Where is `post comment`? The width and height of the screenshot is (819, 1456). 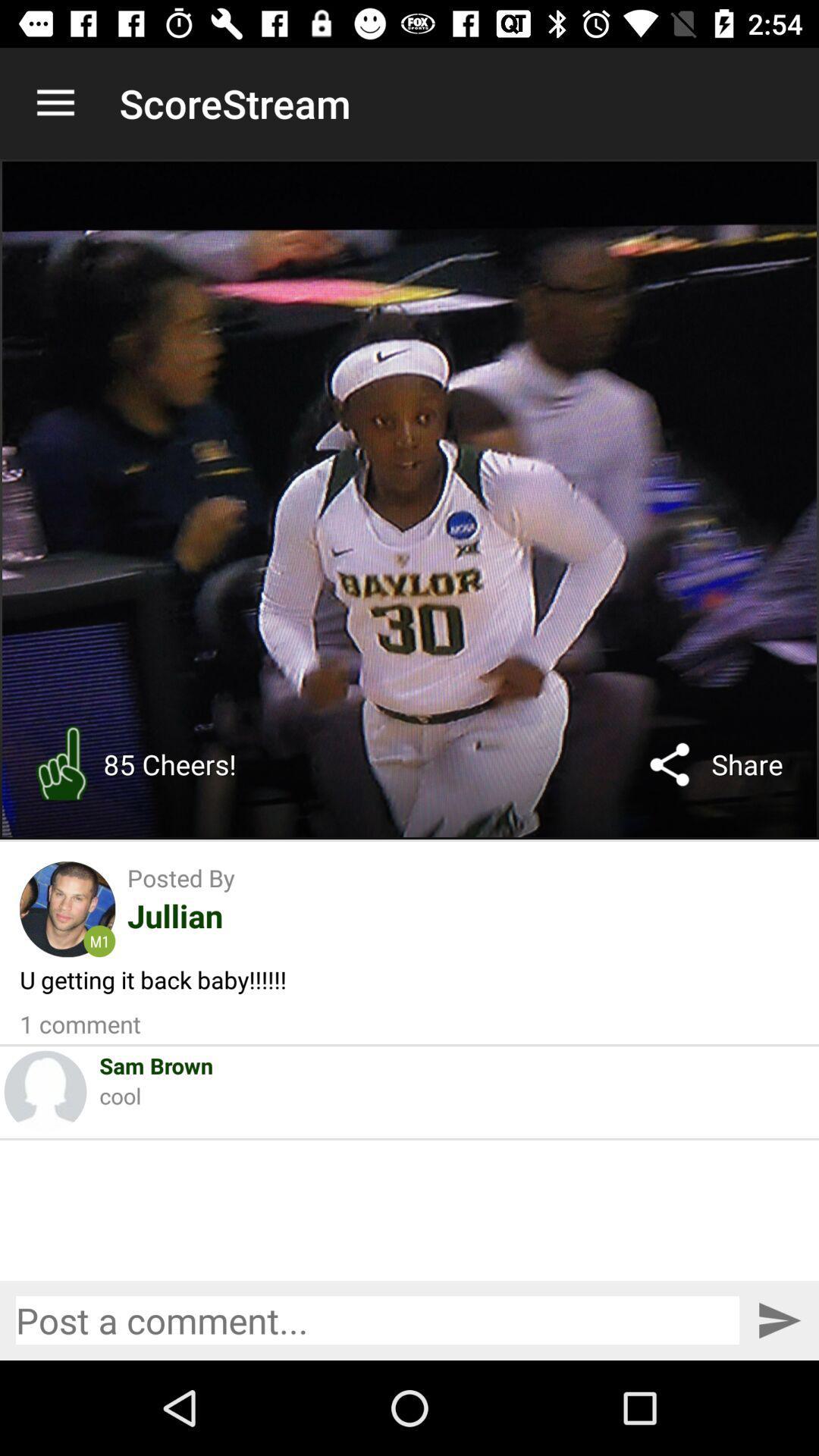 post comment is located at coordinates (779, 1319).